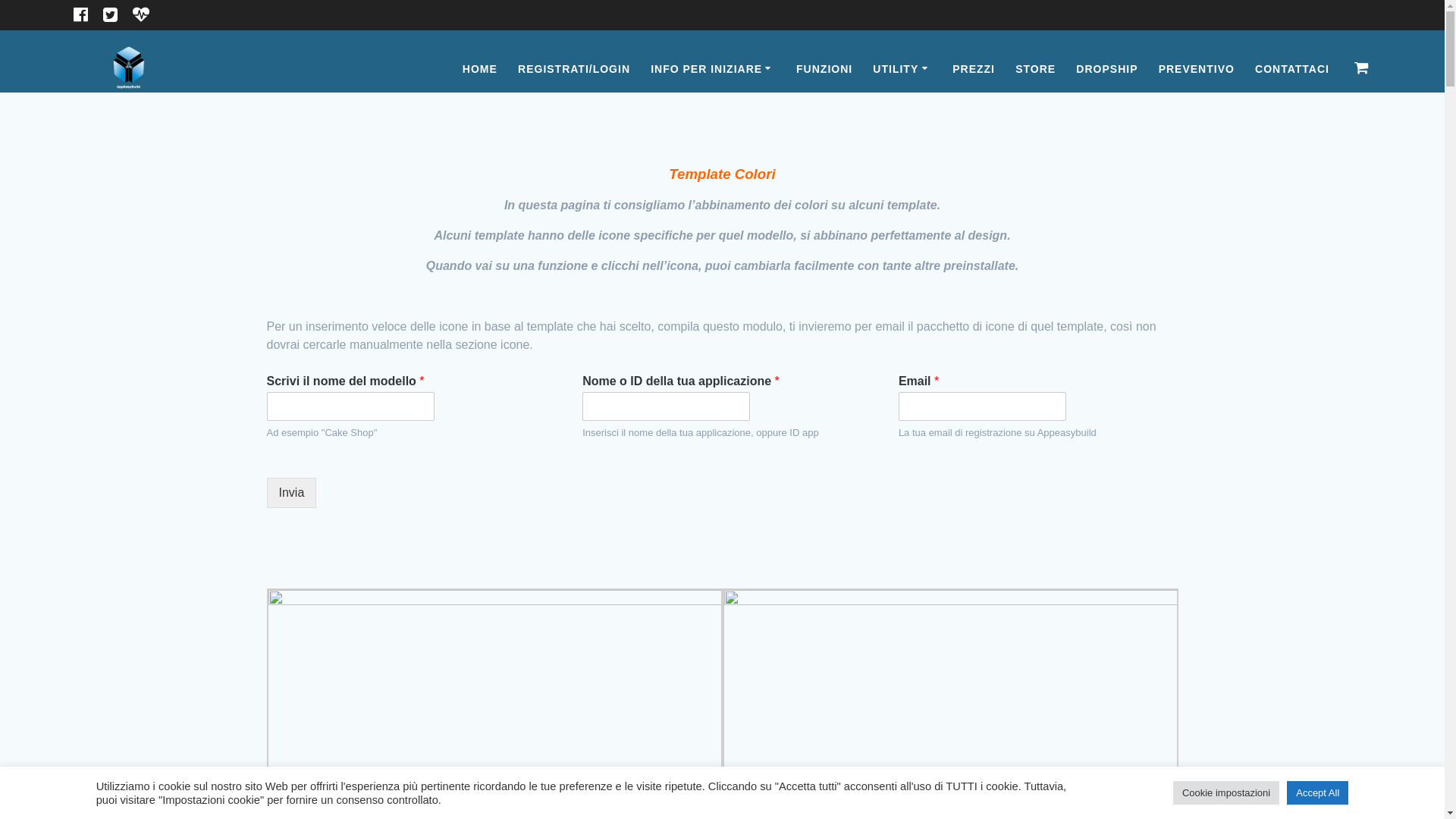 This screenshot has width=1456, height=819. I want to click on 'UTILITY', so click(902, 69).